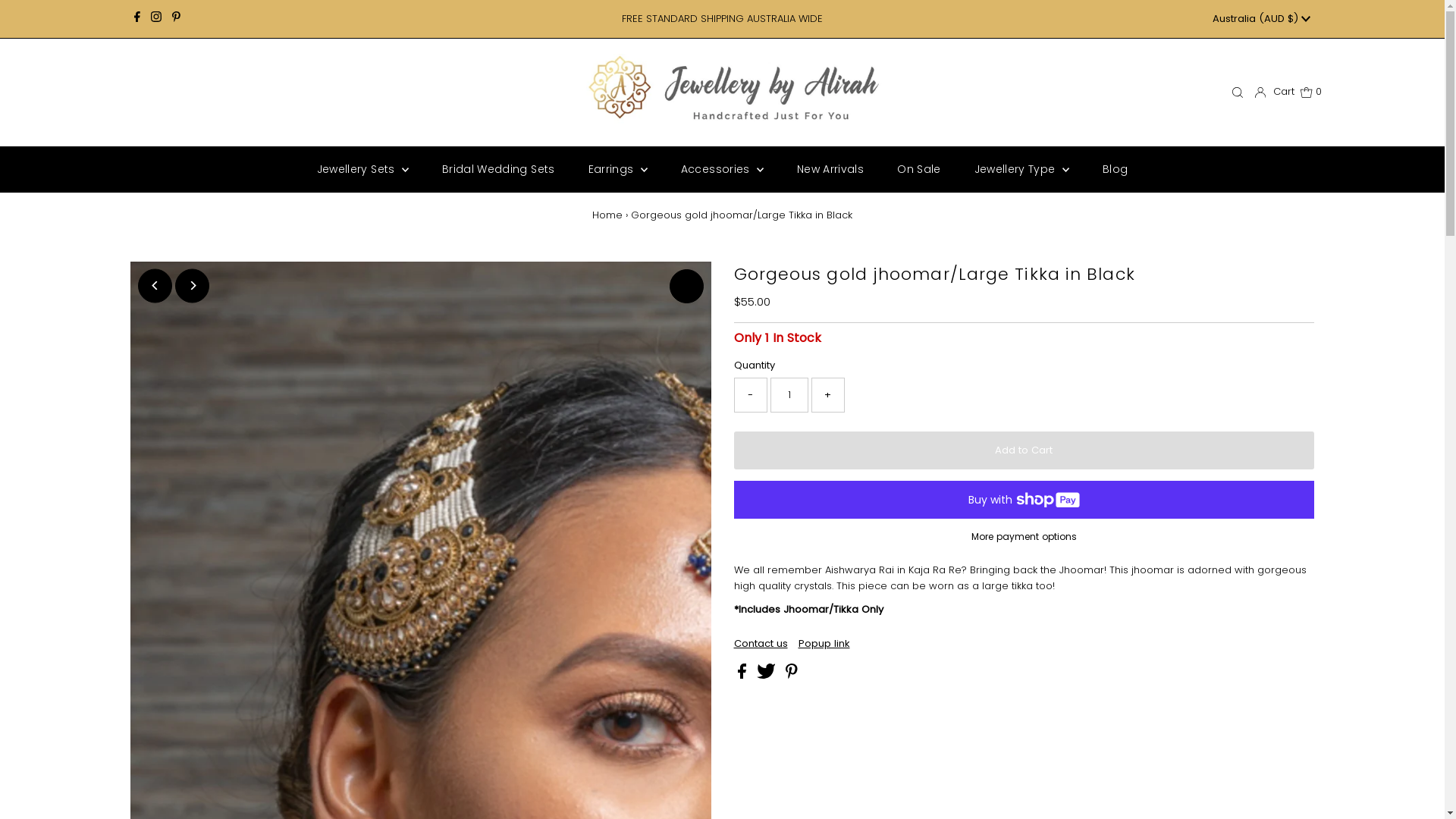 Image resolution: width=1456 pixels, height=819 pixels. I want to click on 'Home', so click(607, 215).